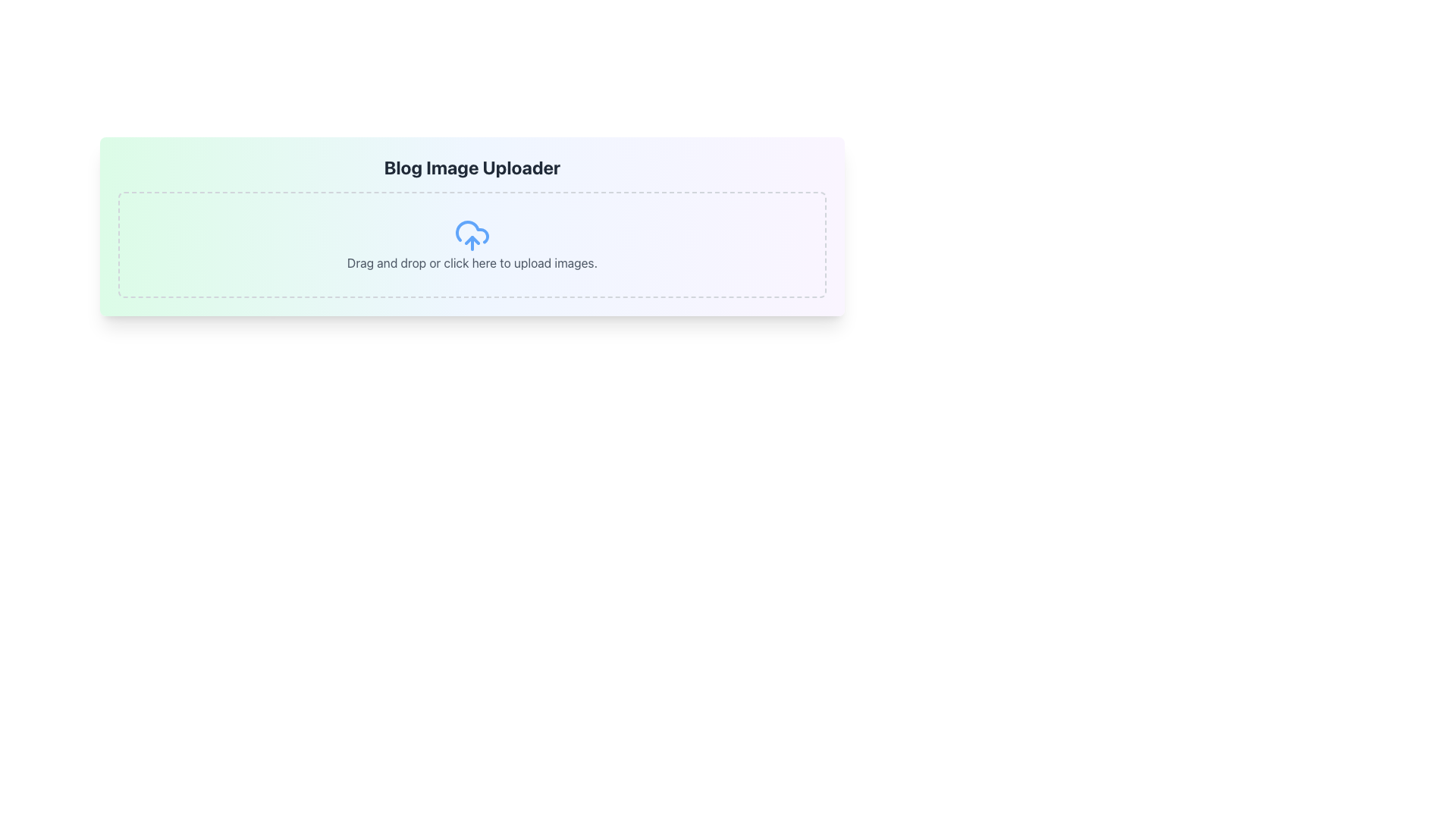 The width and height of the screenshot is (1456, 819). What do you see at coordinates (472, 236) in the screenshot?
I see `the cloud with an upward-pointing arrow icon, which is located in the section titled 'Drag and drop or click here to upload images.'` at bounding box center [472, 236].